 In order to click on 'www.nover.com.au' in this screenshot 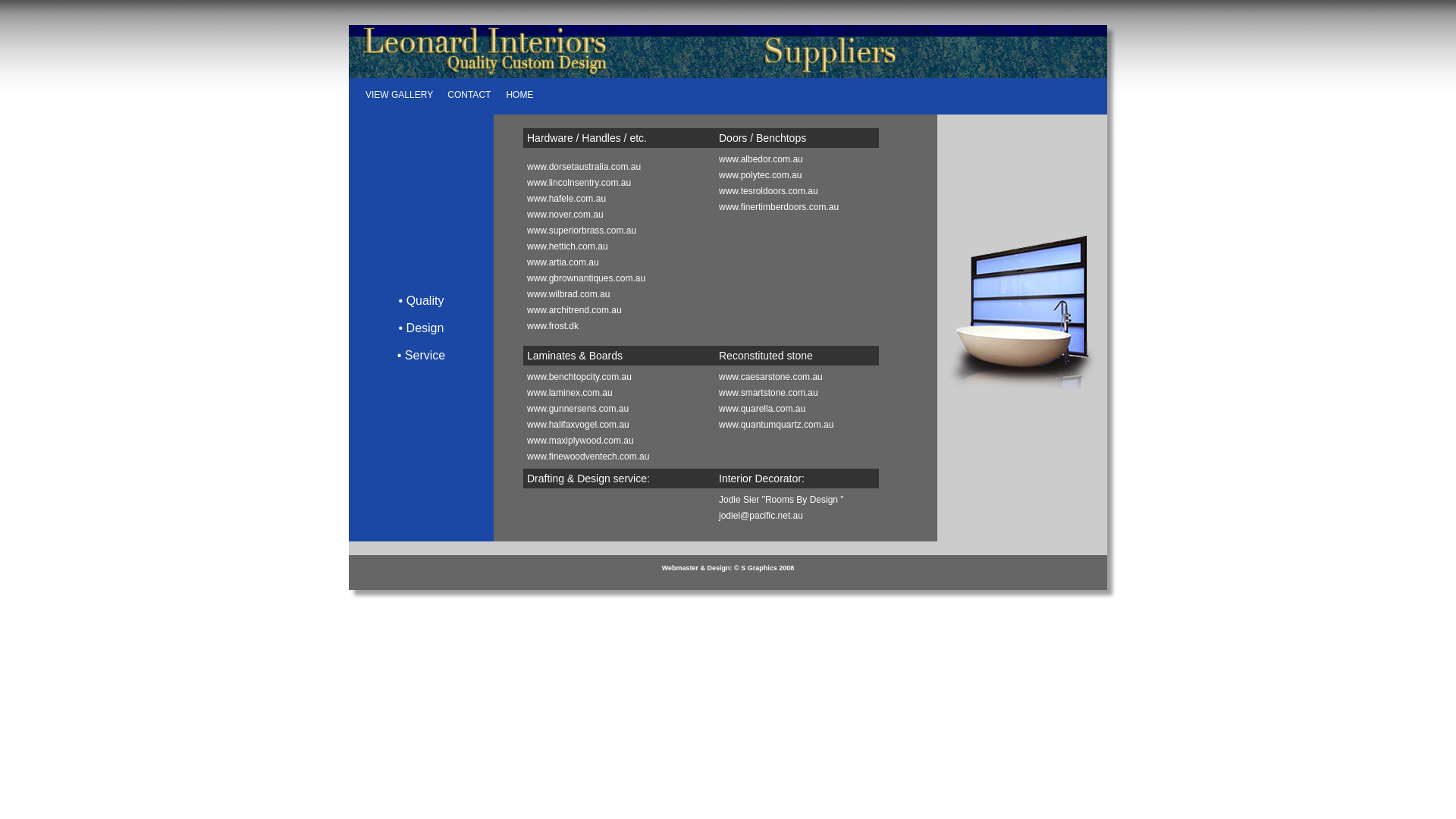, I will do `click(564, 214)`.